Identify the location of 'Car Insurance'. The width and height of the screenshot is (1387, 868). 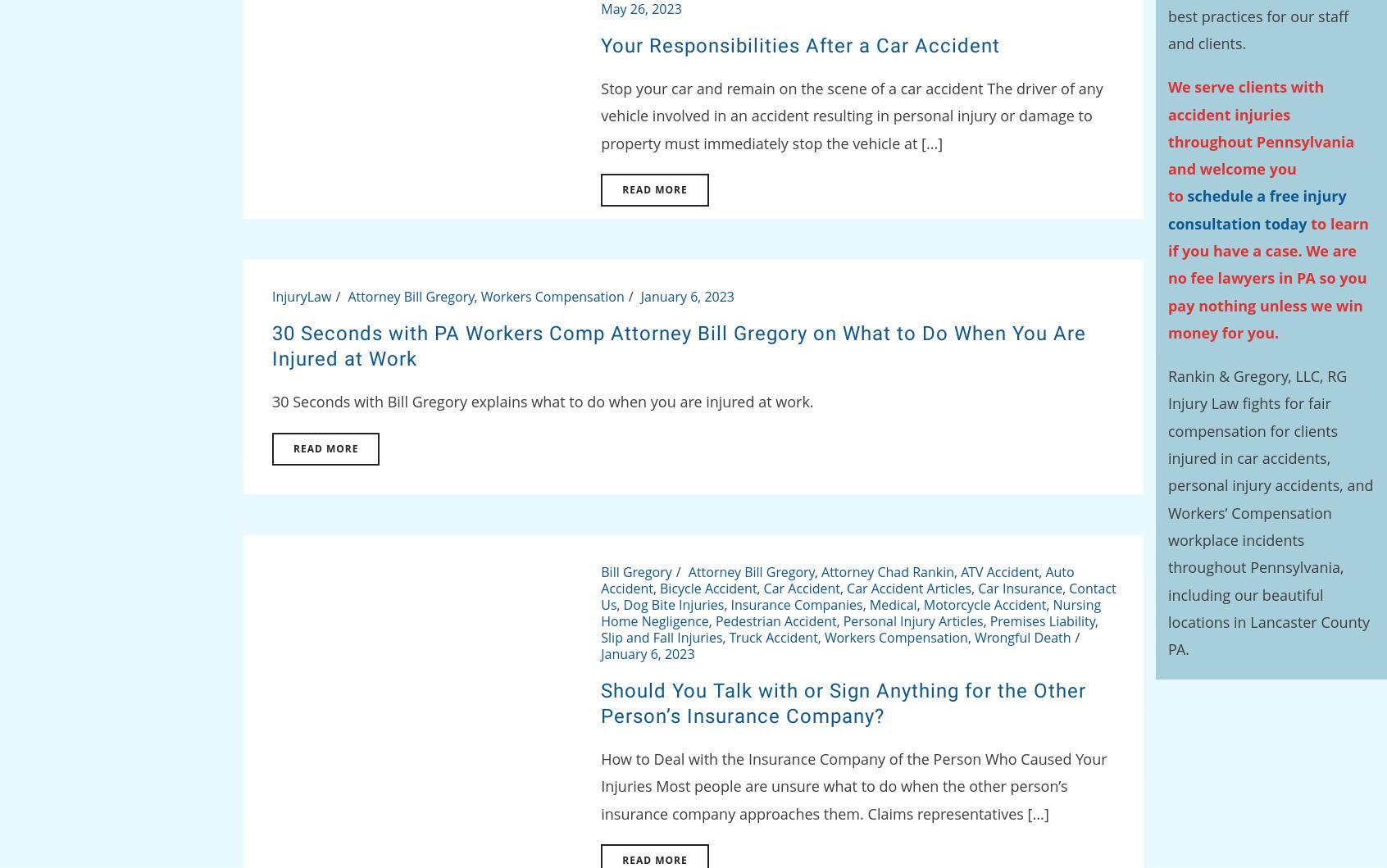
(1020, 588).